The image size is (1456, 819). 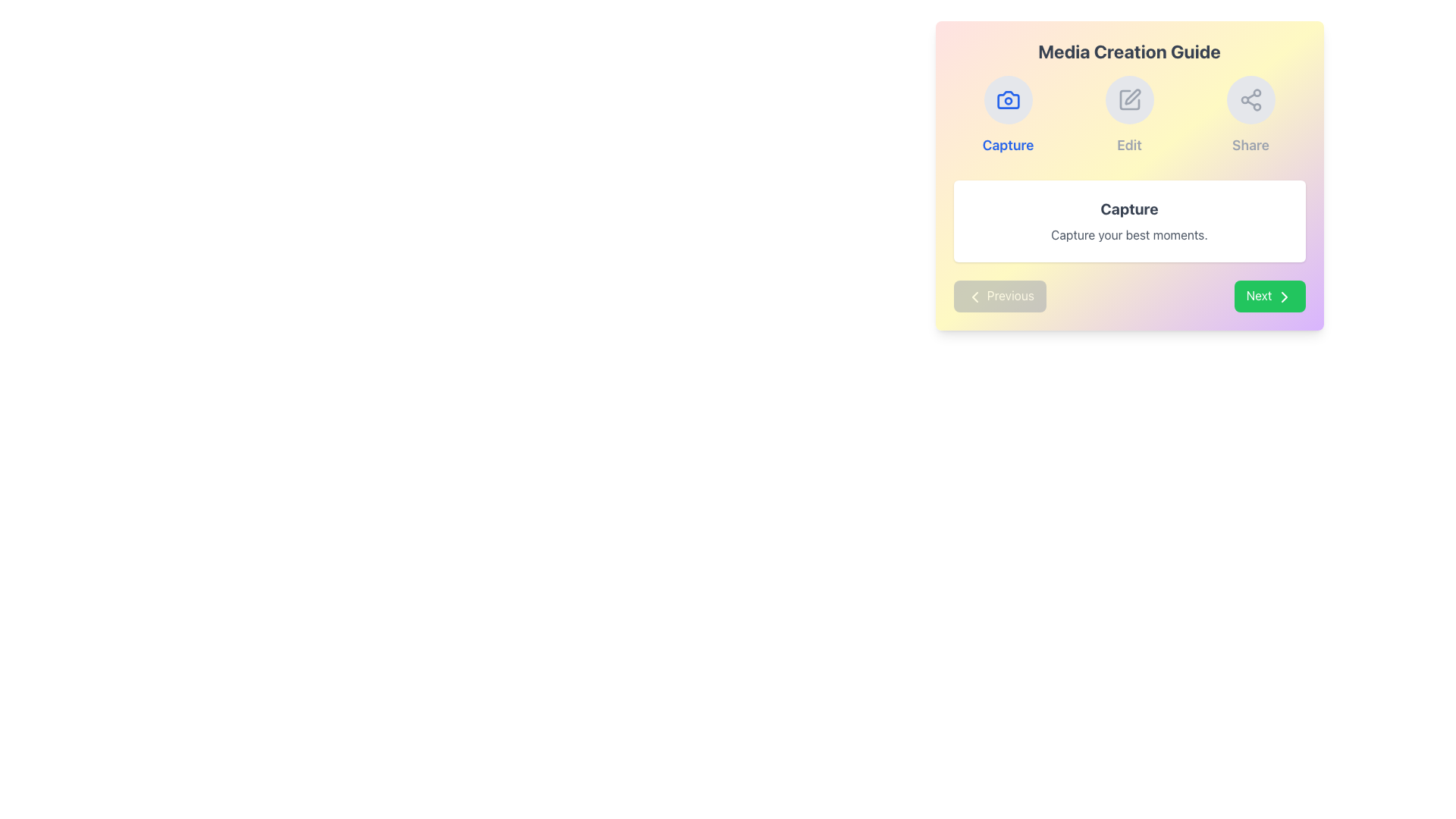 What do you see at coordinates (1129, 99) in the screenshot?
I see `the circular gray button with a pencil icon located in the 'Edit' section of the 'Media Creation Guide' panel` at bounding box center [1129, 99].